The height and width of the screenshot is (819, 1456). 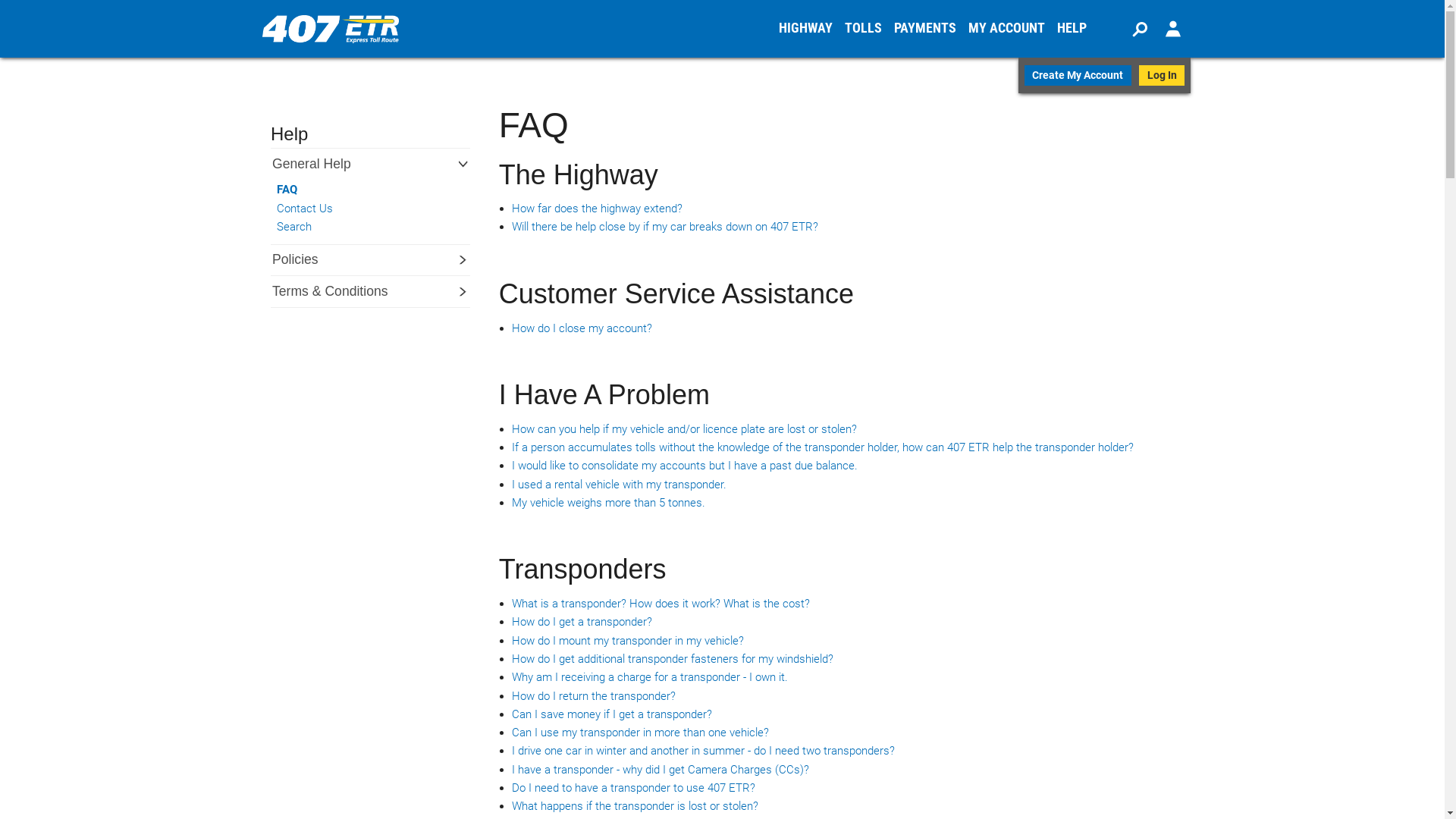 What do you see at coordinates (633, 786) in the screenshot?
I see `'Do I need to have a transponder to use 407 ETR?'` at bounding box center [633, 786].